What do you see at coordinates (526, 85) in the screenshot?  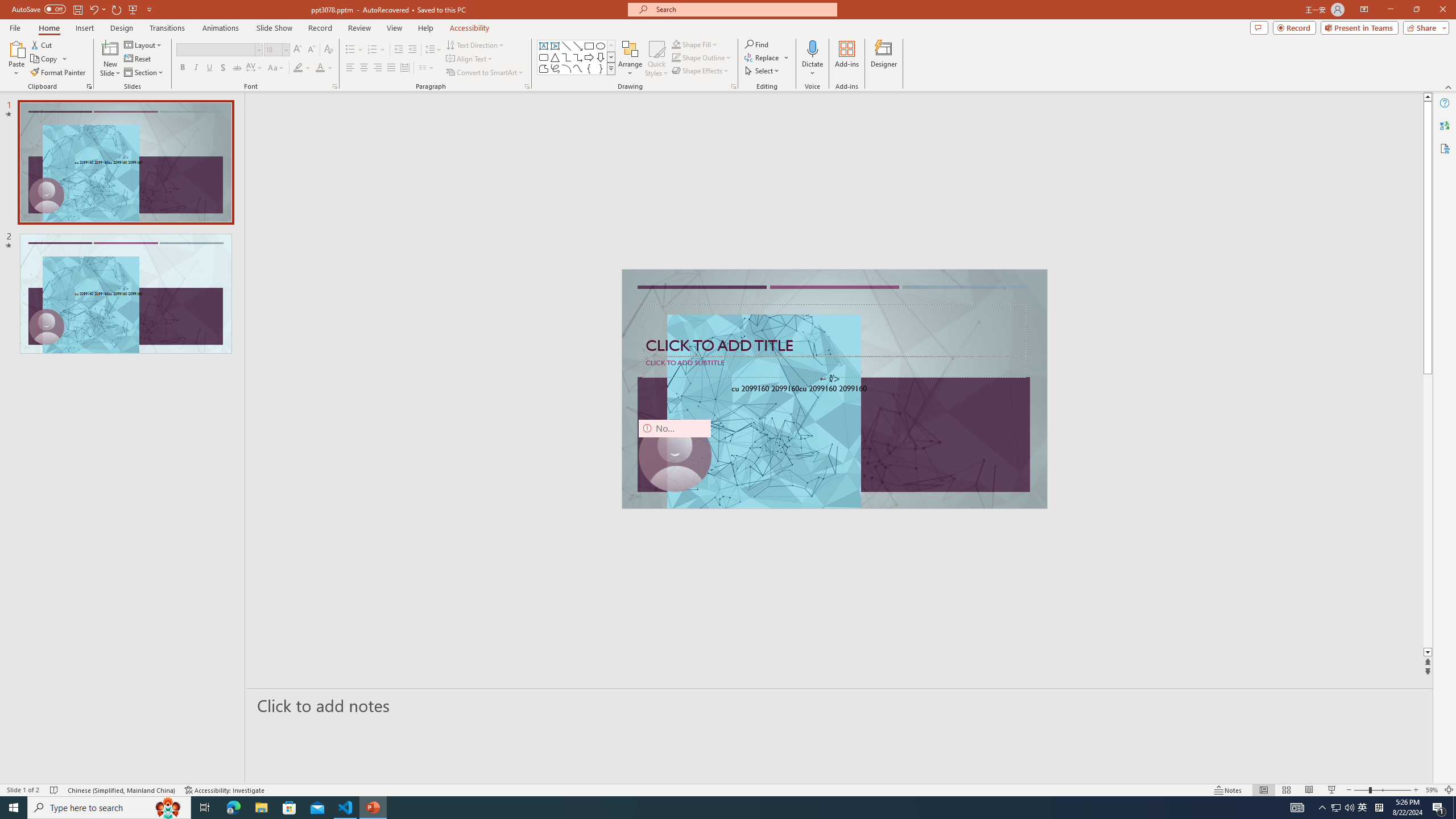 I see `'Paragraph...'` at bounding box center [526, 85].